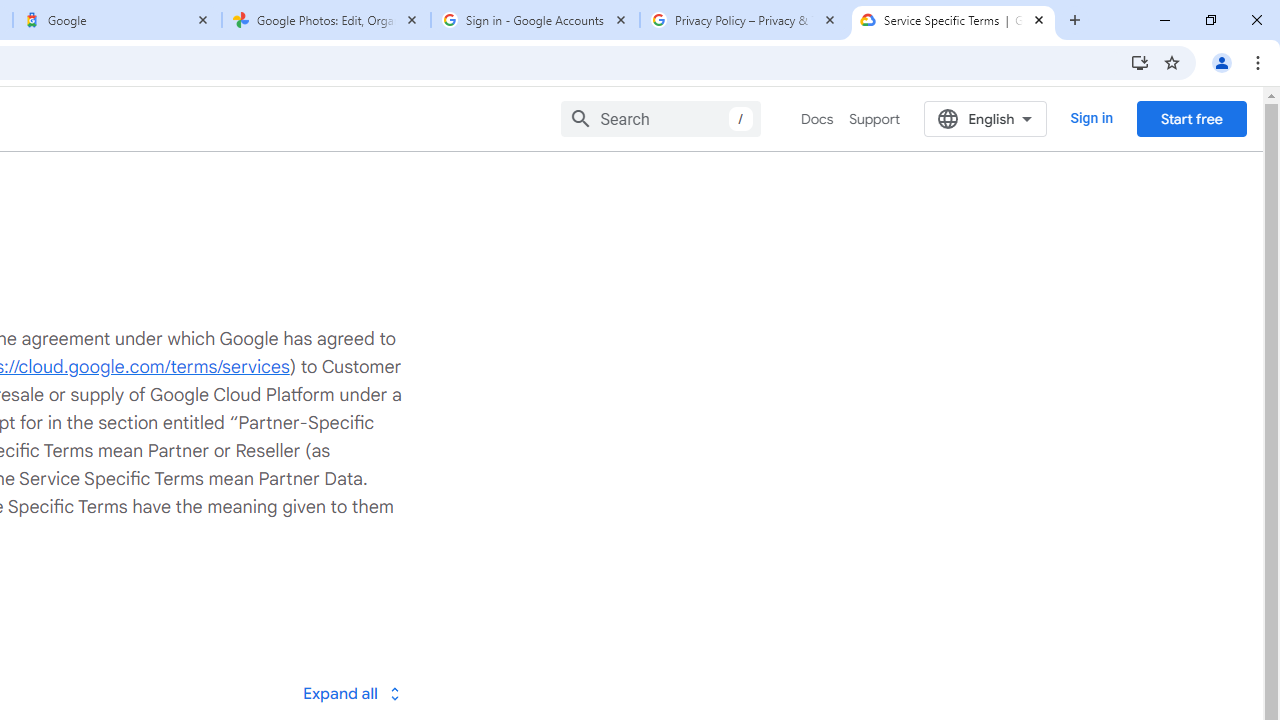 The image size is (1280, 720). Describe the element at coordinates (661, 118) in the screenshot. I see `'Search'` at that location.